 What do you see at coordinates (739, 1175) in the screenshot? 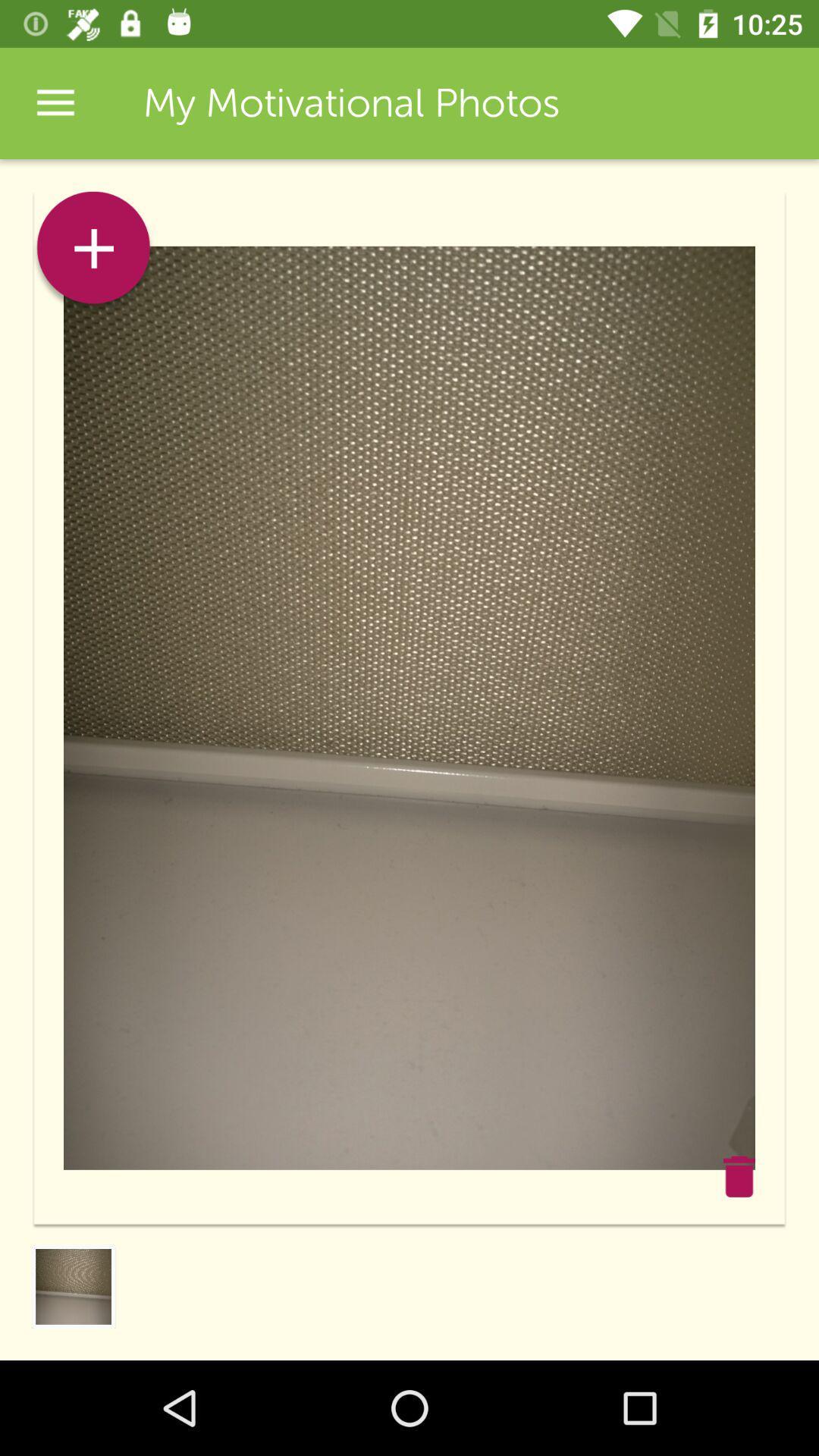
I see `the star icon` at bounding box center [739, 1175].